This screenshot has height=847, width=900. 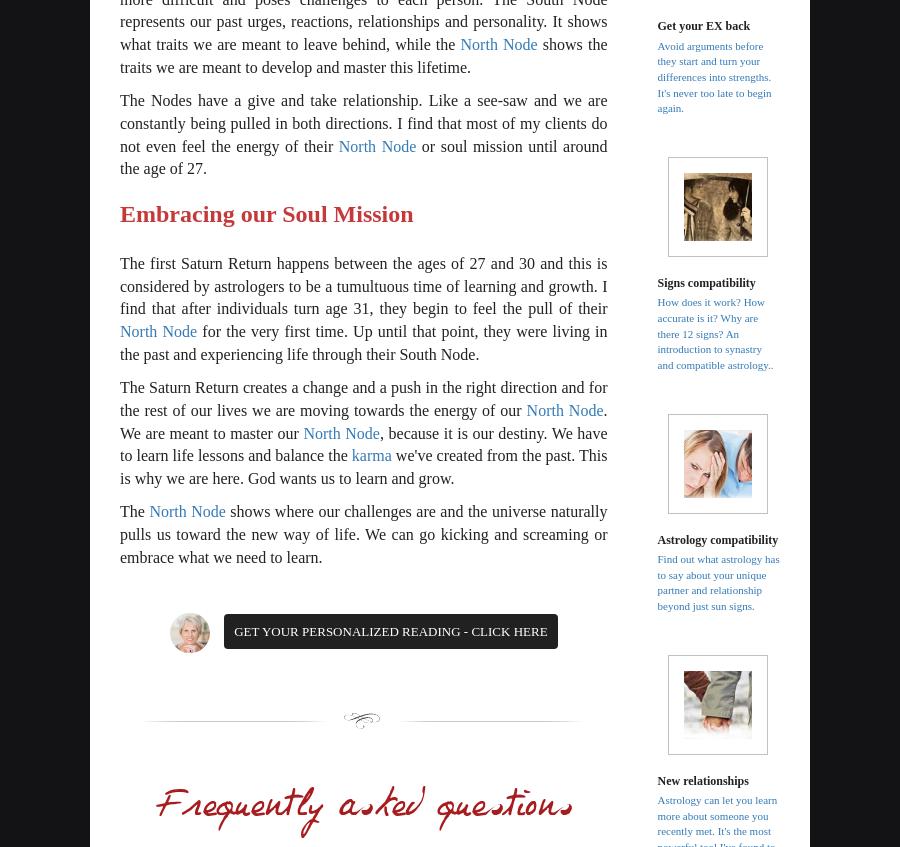 I want to click on 'or soul mission until around the age of 27.', so click(x=363, y=156).